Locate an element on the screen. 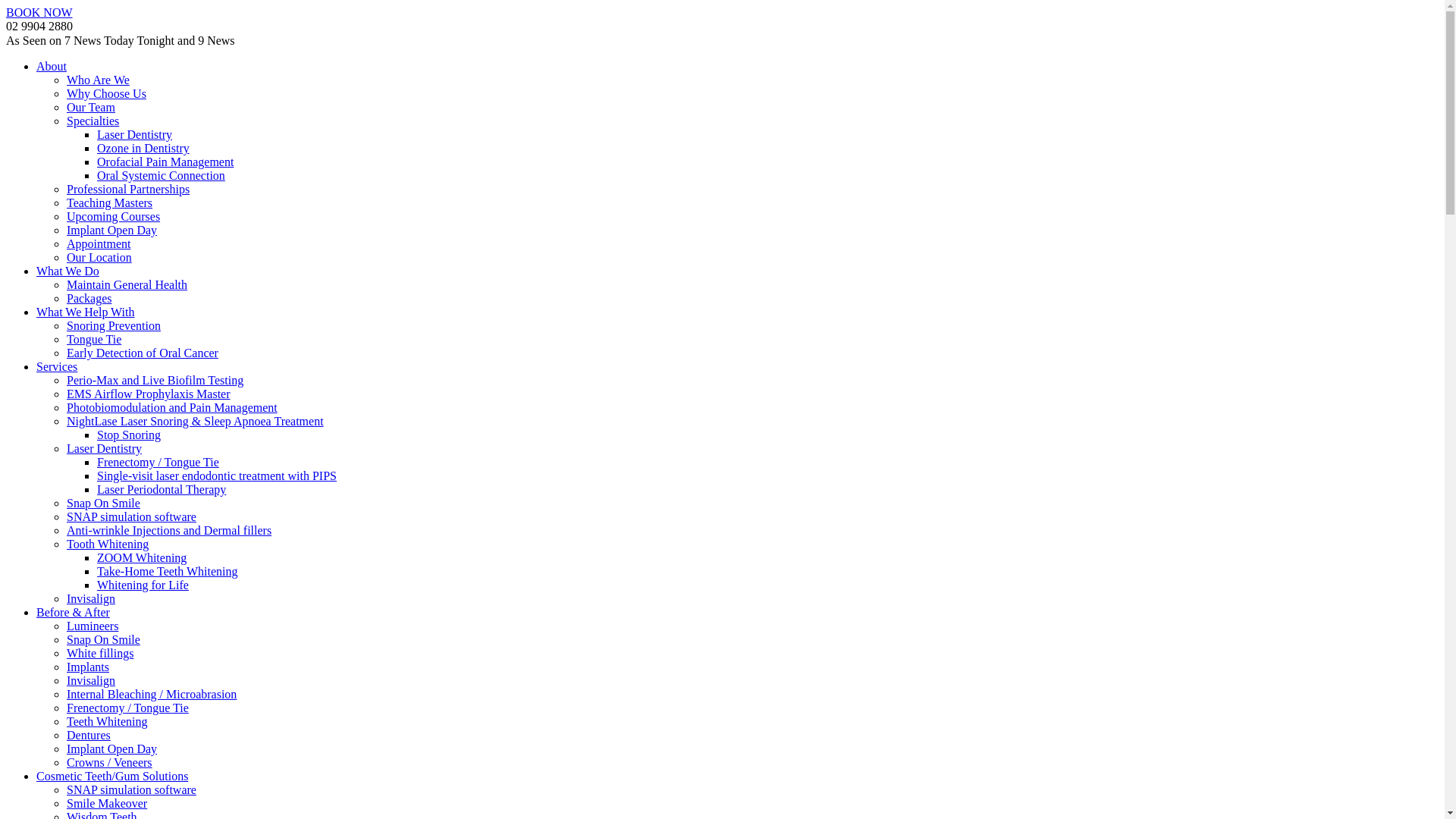 The width and height of the screenshot is (1456, 819). 'Early Detection of Oral Cancer' is located at coordinates (142, 353).